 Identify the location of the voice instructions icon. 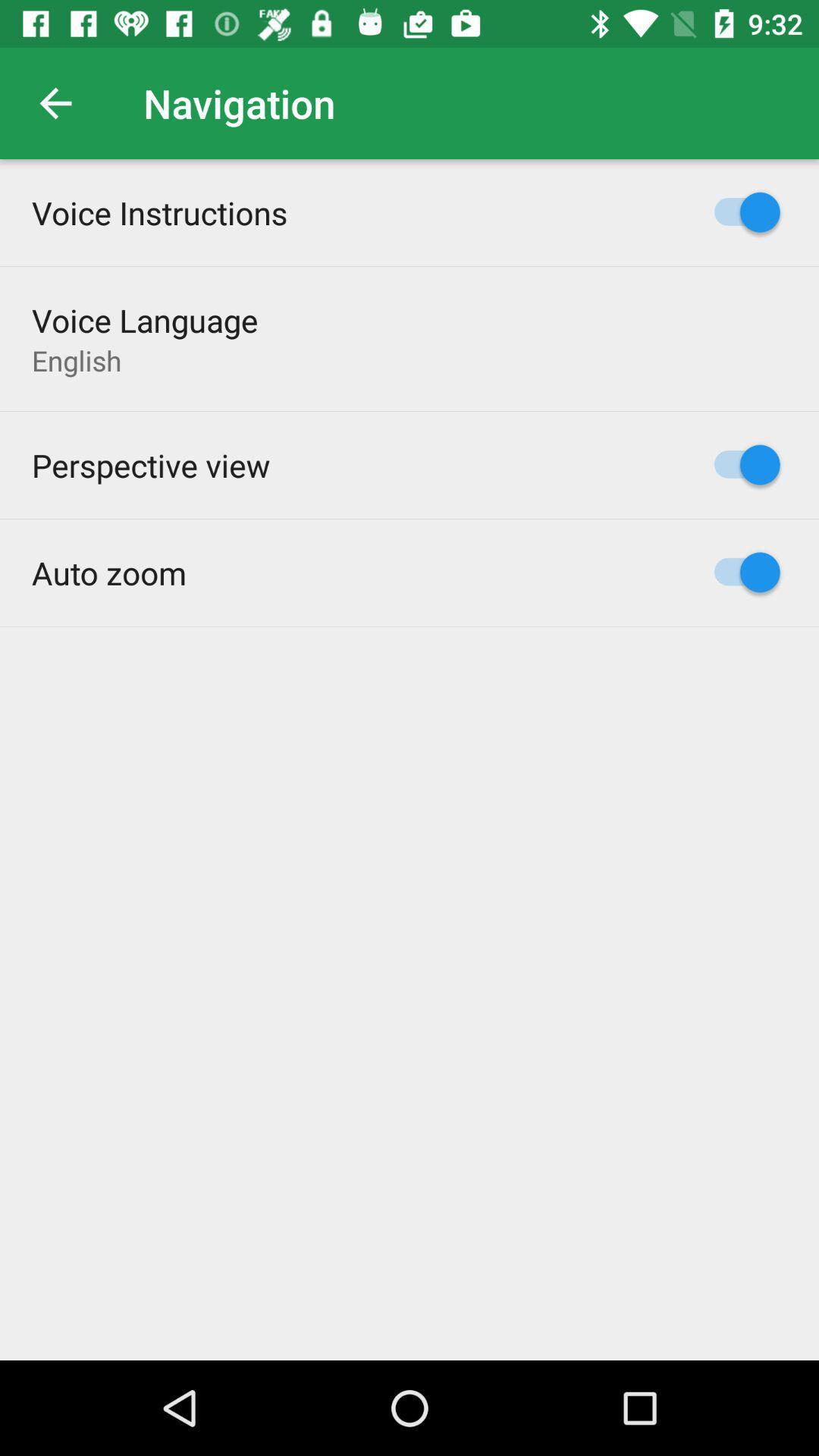
(159, 212).